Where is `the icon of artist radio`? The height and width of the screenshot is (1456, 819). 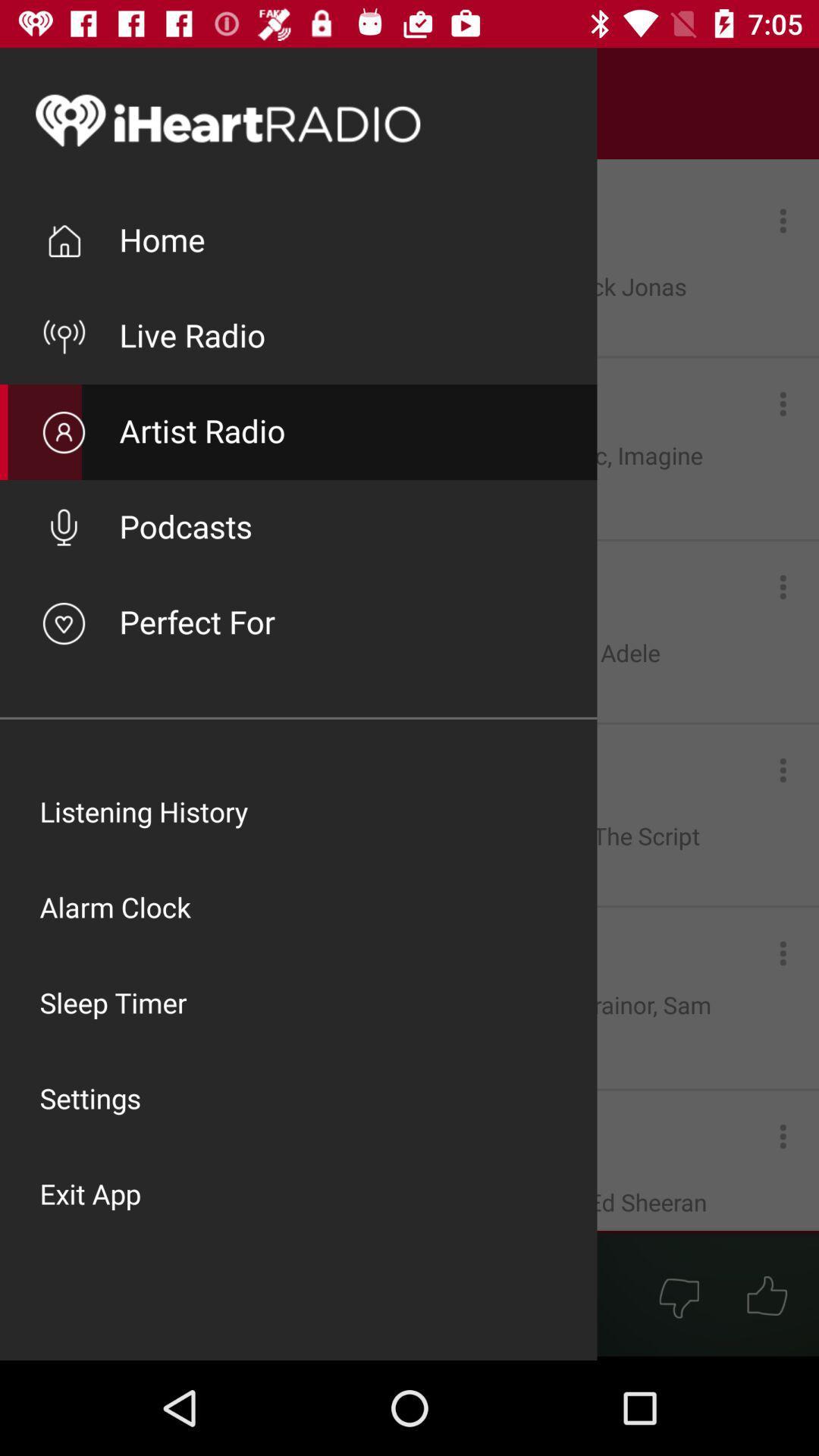
the icon of artist radio is located at coordinates (63, 431).